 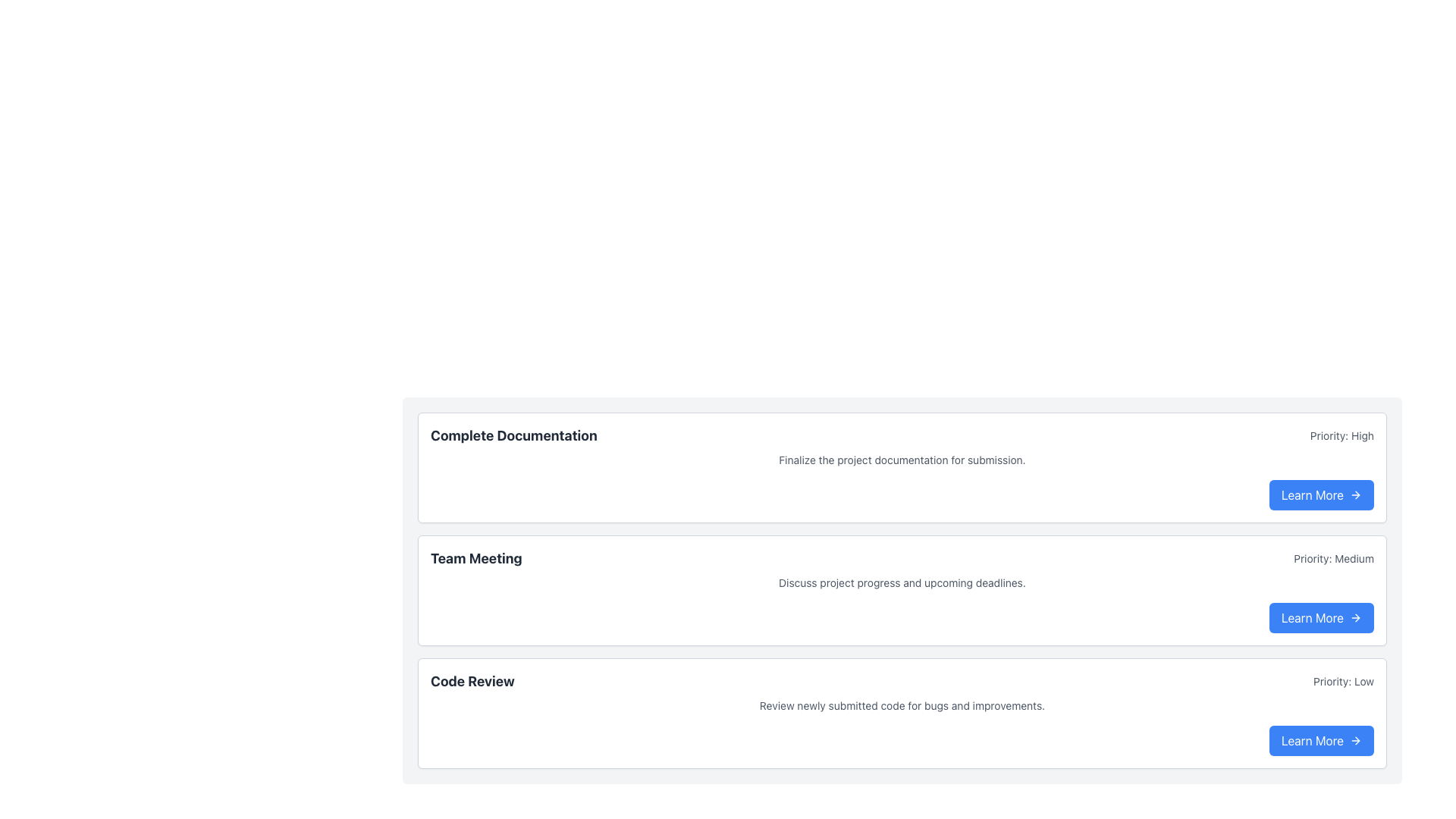 What do you see at coordinates (1356, 617) in the screenshot?
I see `the arrow icon located on the right edge of the blue 'Learn More' button` at bounding box center [1356, 617].